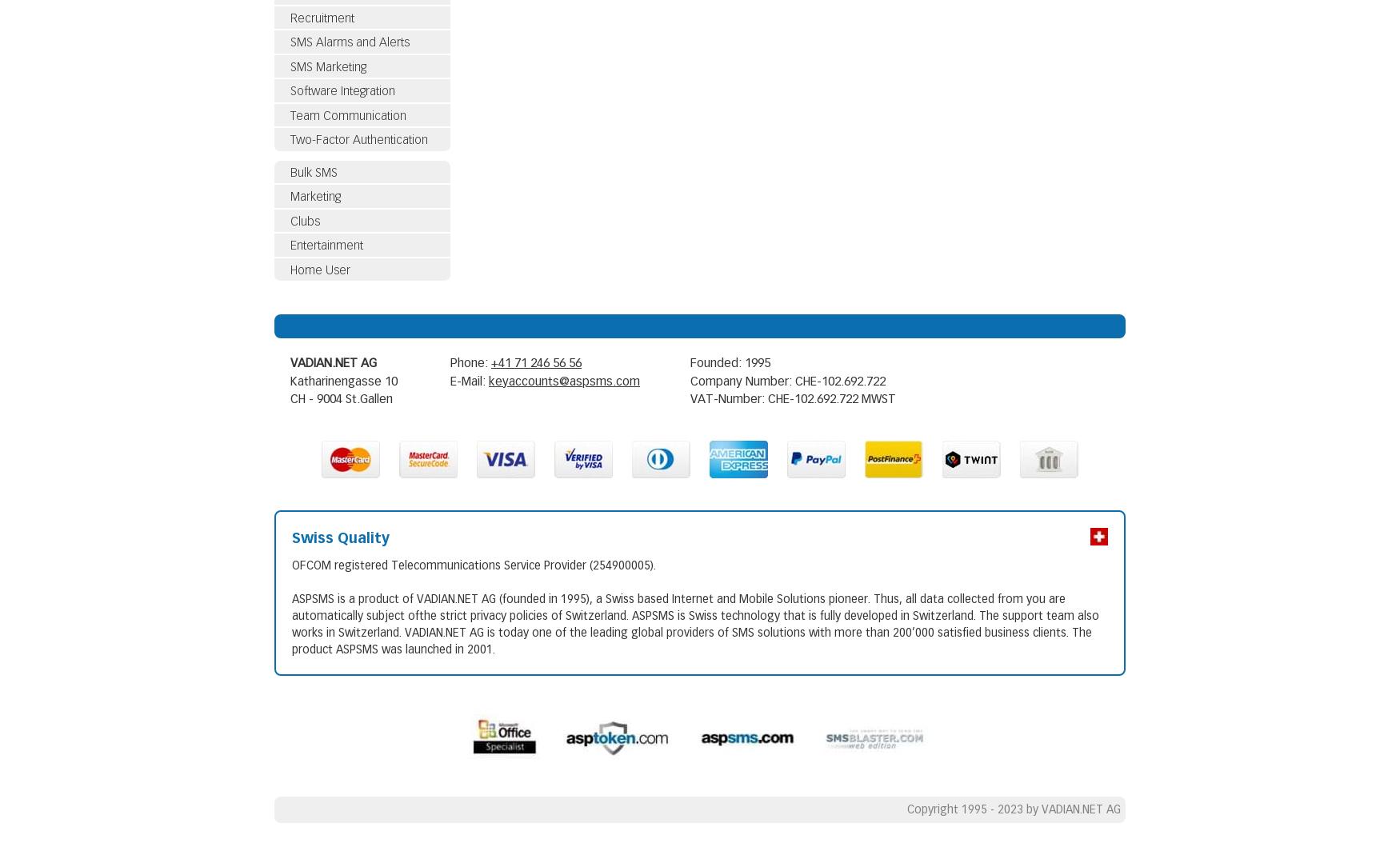 The width and height of the screenshot is (1400, 863). Describe the element at coordinates (449, 379) in the screenshot. I see `'E-Mail:'` at that location.